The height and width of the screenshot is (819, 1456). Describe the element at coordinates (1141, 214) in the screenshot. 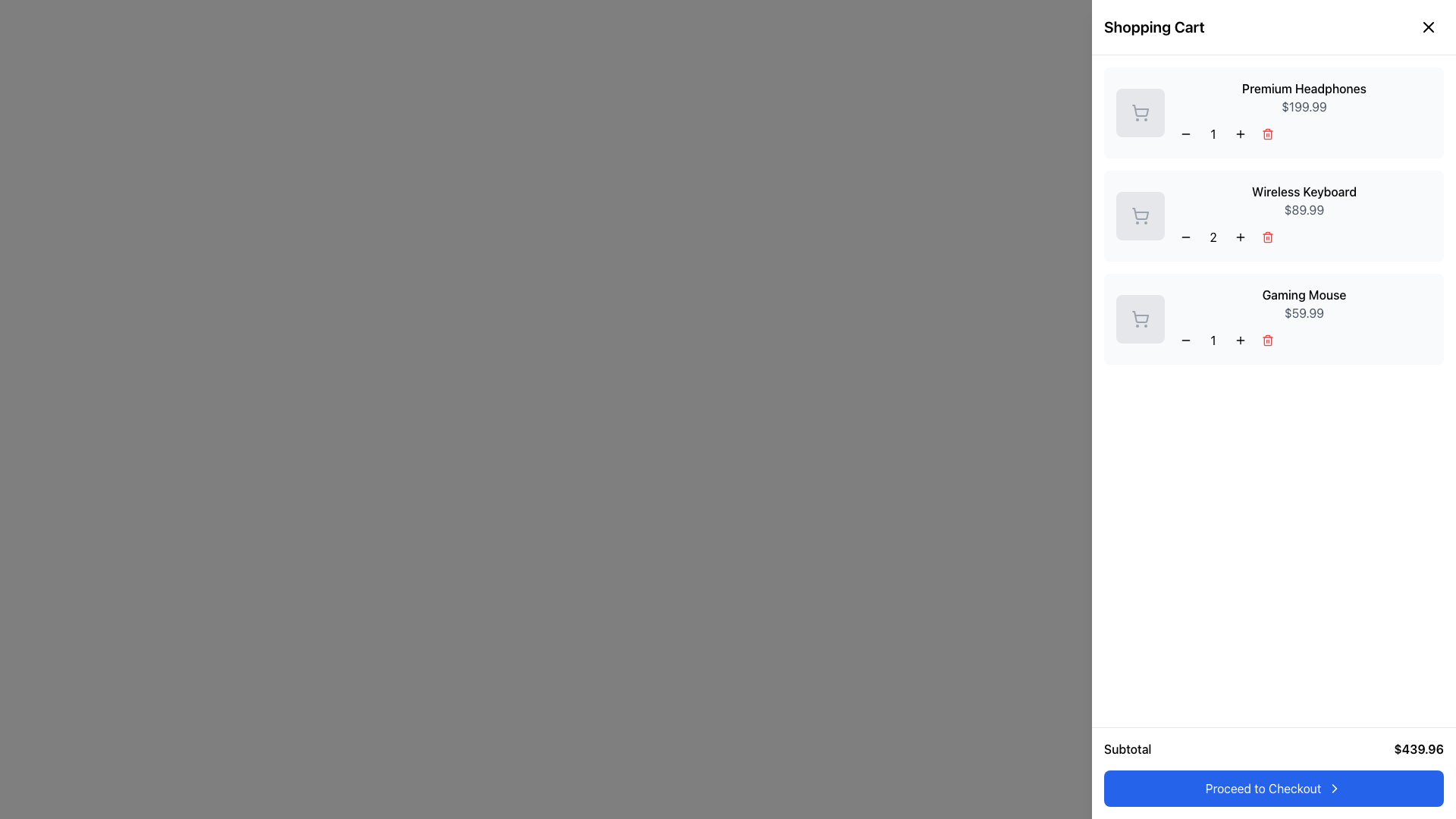

I see `the shopping cart icon located to the left of the 'Wireless Keyboard' entry in the shopping cart list` at that location.